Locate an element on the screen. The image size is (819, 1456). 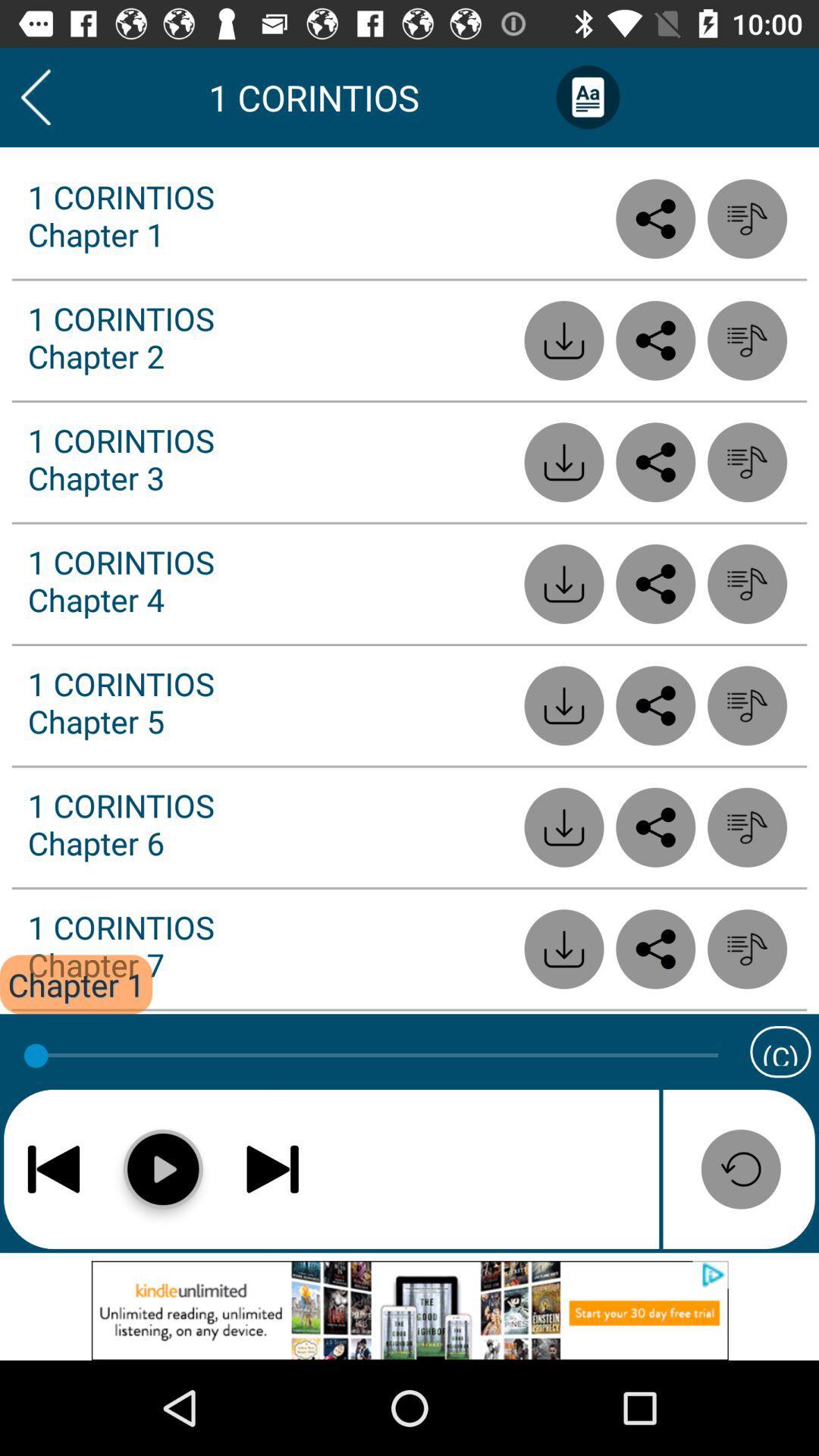
list optioon is located at coordinates (746, 340).